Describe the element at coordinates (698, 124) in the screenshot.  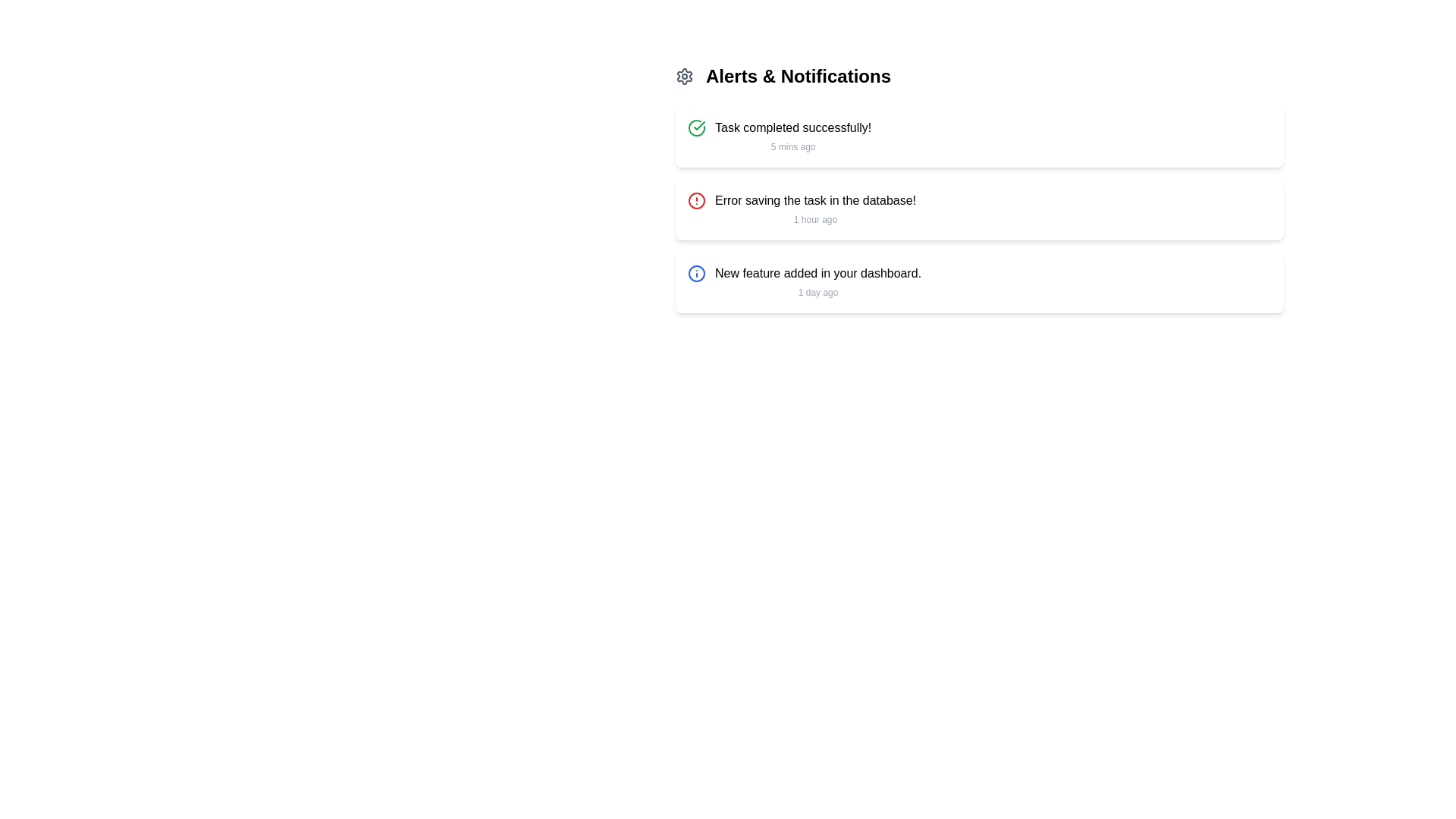
I see `properties of the checkmark symbol within the green circle icon indicating 'Task completed successfully!'` at that location.